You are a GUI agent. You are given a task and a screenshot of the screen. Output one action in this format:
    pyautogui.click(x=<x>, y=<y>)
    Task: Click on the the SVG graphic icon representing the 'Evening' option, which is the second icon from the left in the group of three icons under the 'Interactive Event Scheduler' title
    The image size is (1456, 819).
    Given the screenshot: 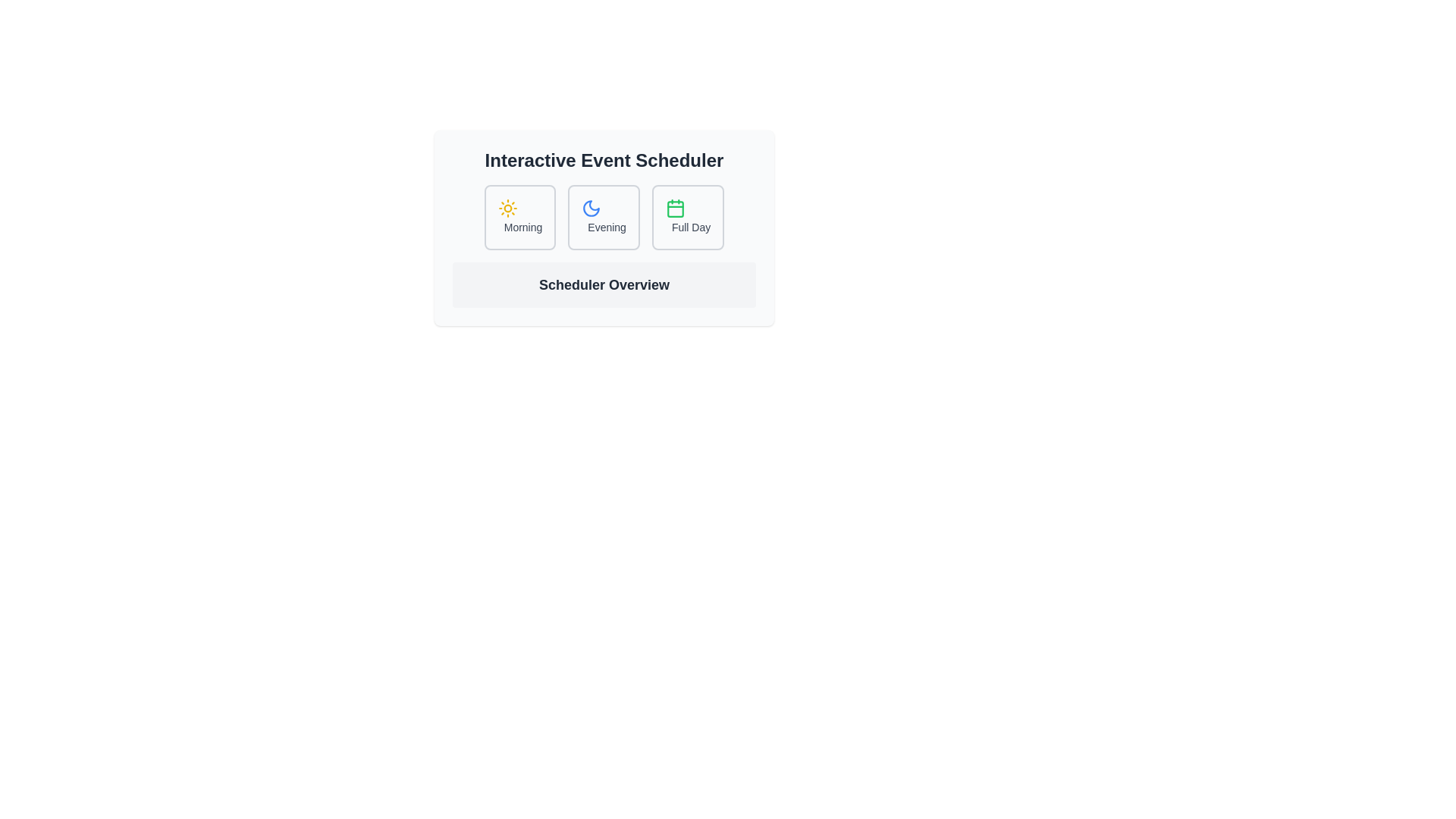 What is the action you would take?
    pyautogui.click(x=591, y=208)
    